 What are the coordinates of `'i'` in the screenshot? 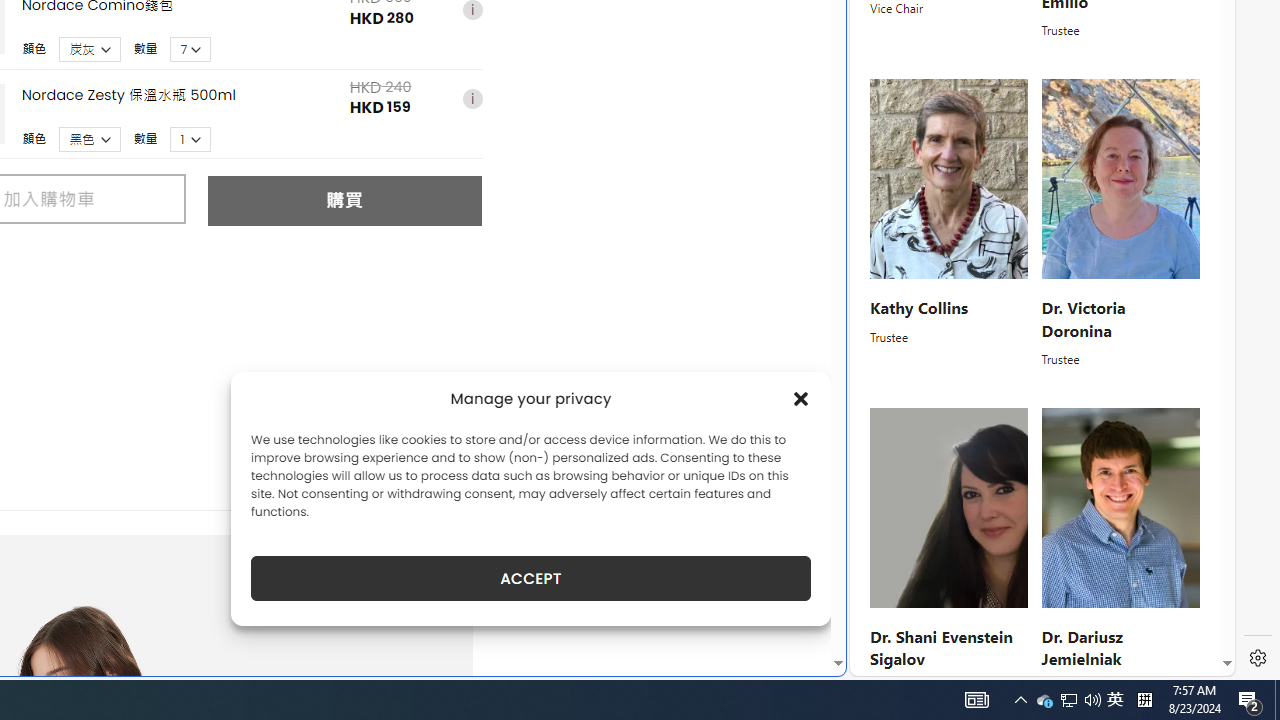 It's located at (471, 99).